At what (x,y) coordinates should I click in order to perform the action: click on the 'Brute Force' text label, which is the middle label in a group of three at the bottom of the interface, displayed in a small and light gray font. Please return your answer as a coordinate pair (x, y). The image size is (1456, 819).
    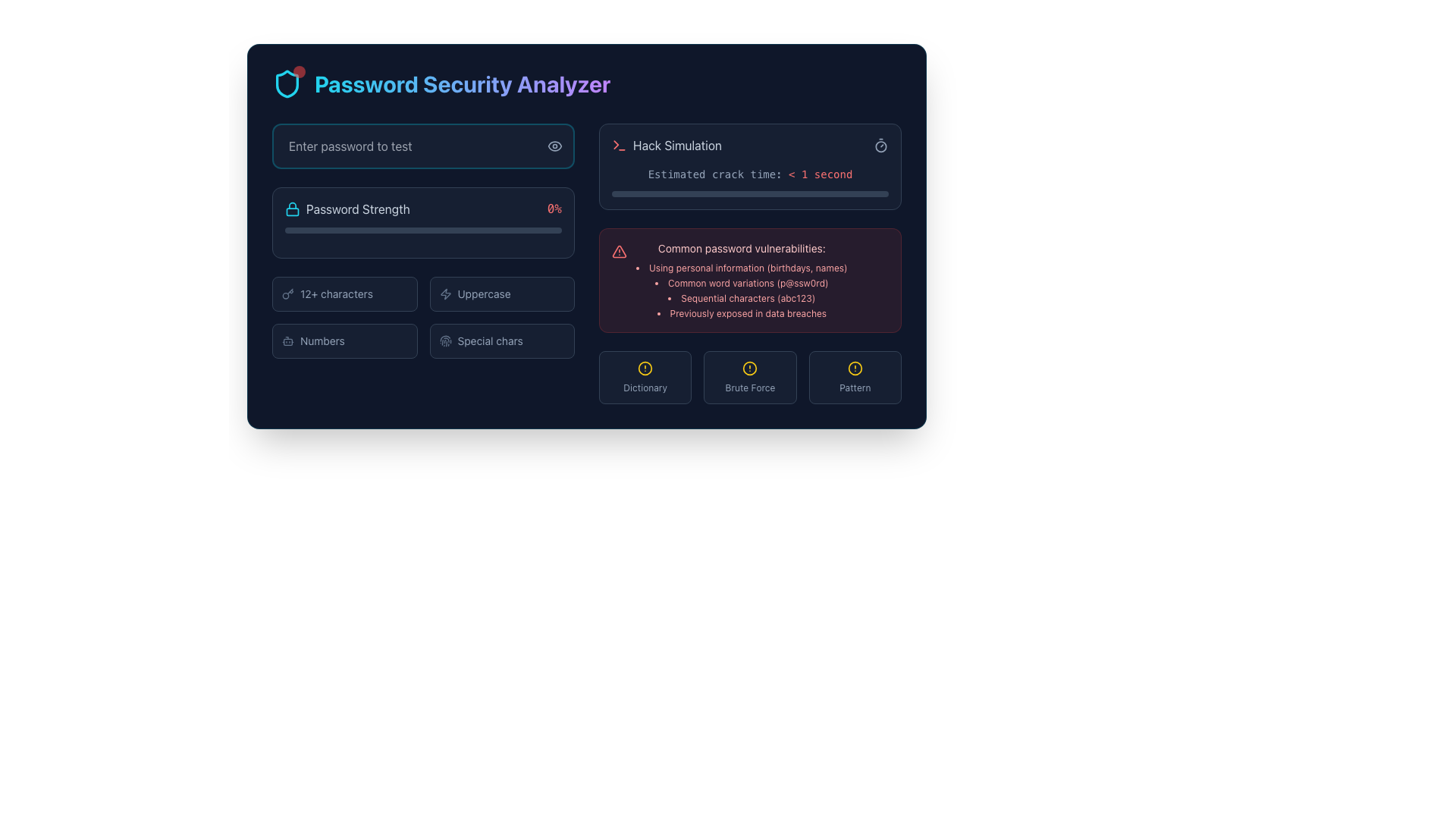
    Looking at the image, I should click on (750, 388).